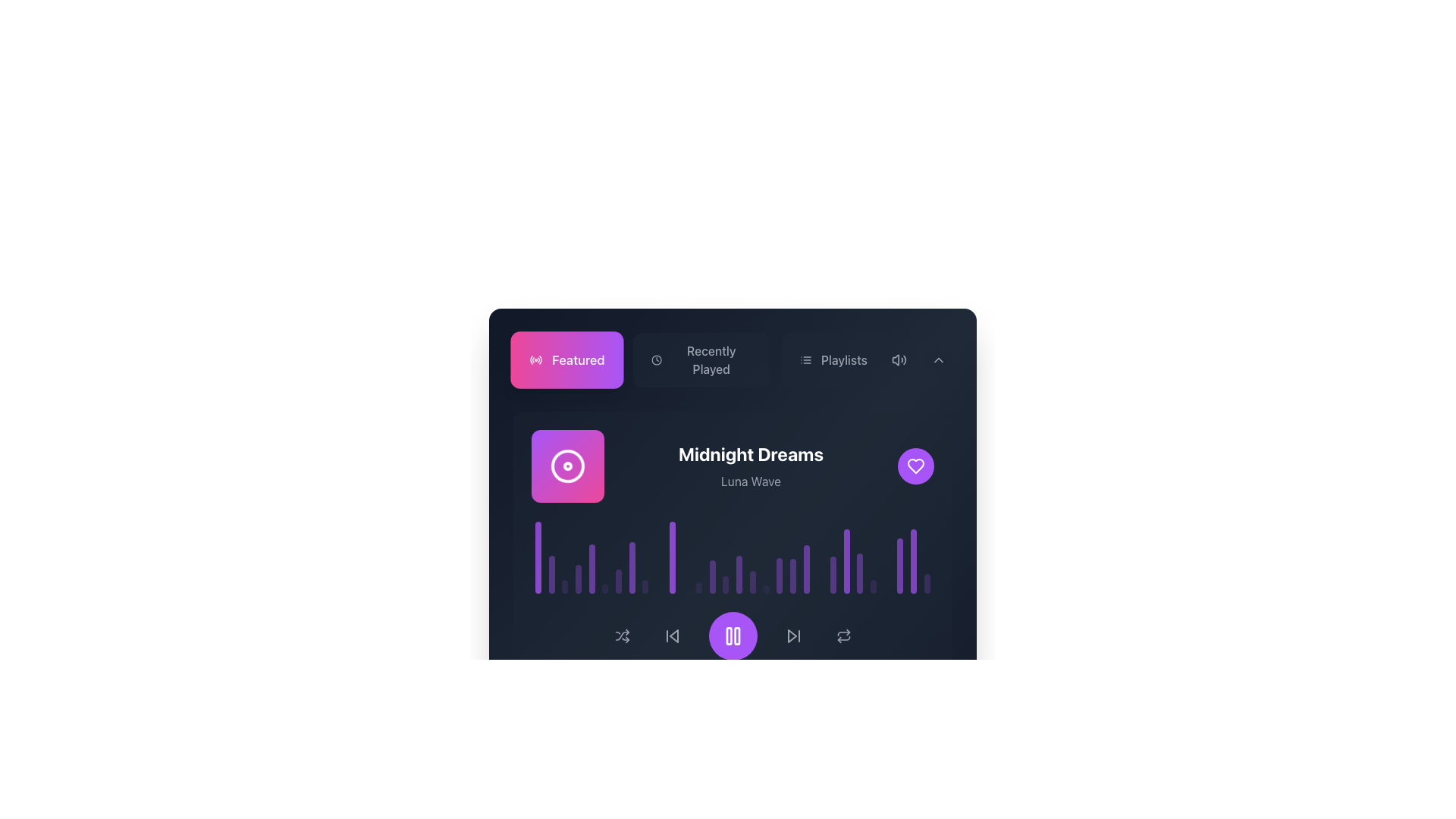 The height and width of the screenshot is (819, 1456). What do you see at coordinates (566, 465) in the screenshot?
I see `the Animation Icon located in the top-left area of the interface` at bounding box center [566, 465].